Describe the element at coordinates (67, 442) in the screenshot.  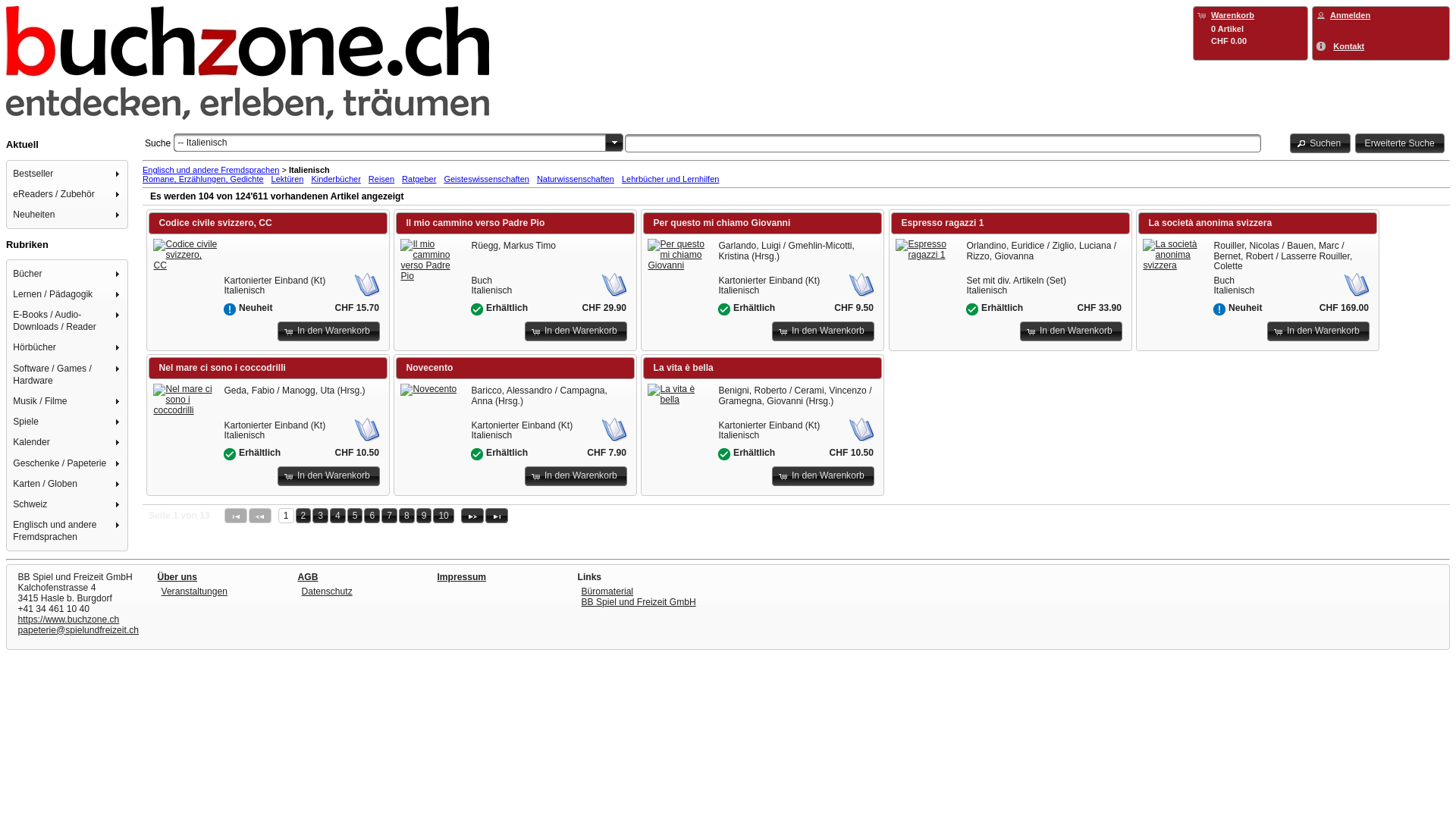
I see `'Kalender'` at that location.